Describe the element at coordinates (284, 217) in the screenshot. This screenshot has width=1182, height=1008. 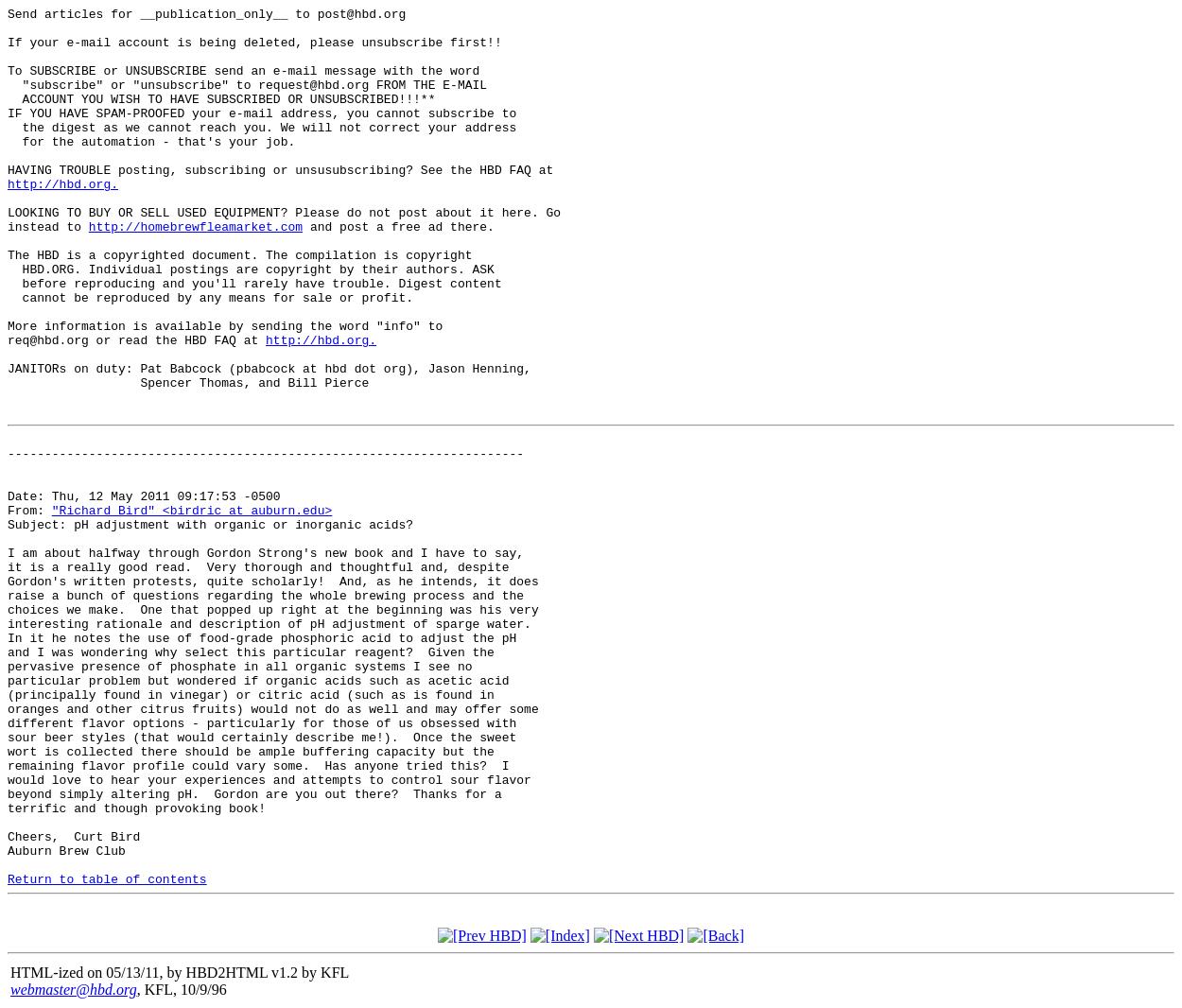
I see `'LOOKING TO BUY OR SELL USED EQUIPMENT? Please do not post about it here. Go
instead to'` at that location.